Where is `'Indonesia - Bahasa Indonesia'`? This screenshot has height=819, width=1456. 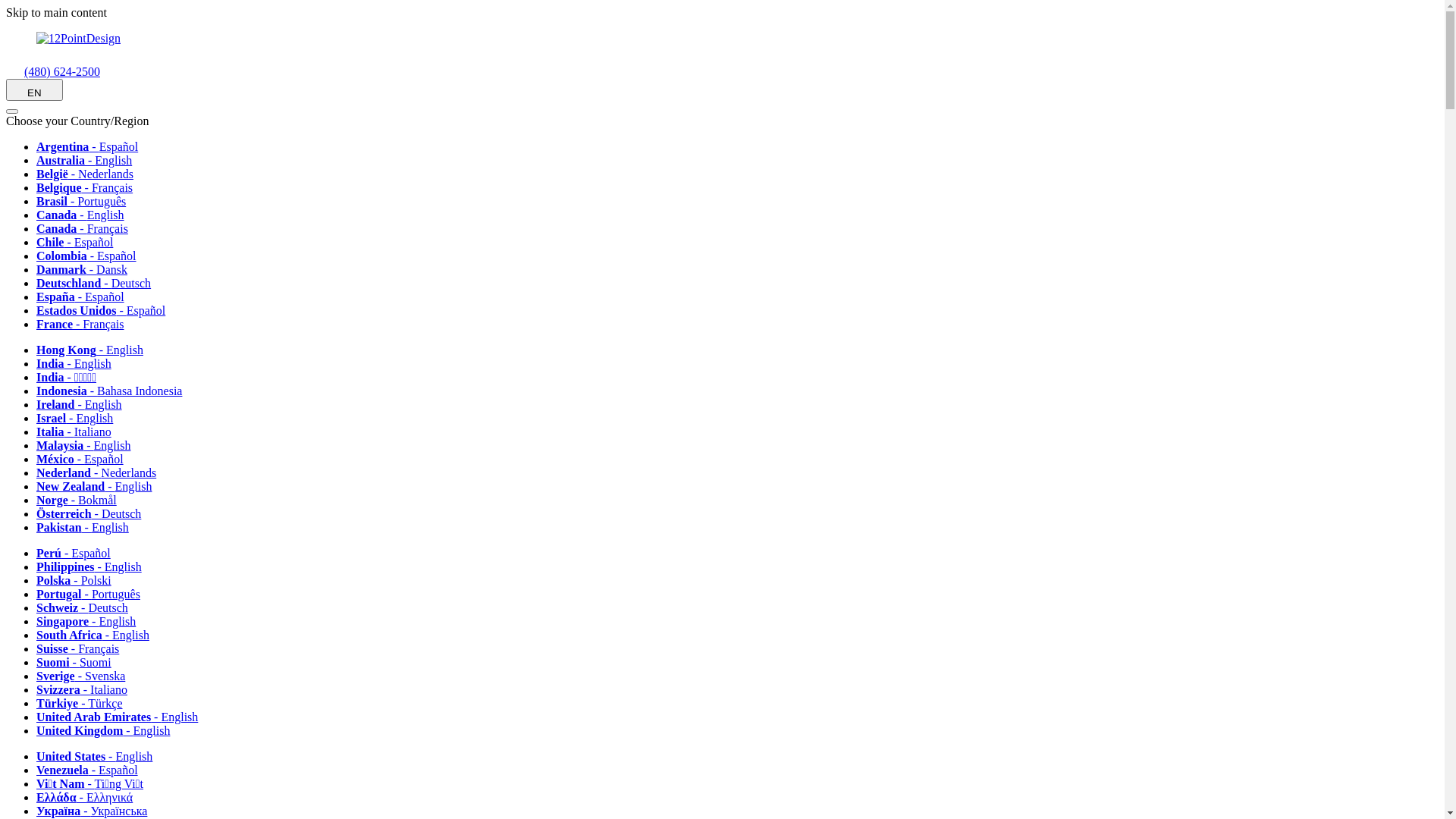 'Indonesia - Bahasa Indonesia' is located at coordinates (113, 390).